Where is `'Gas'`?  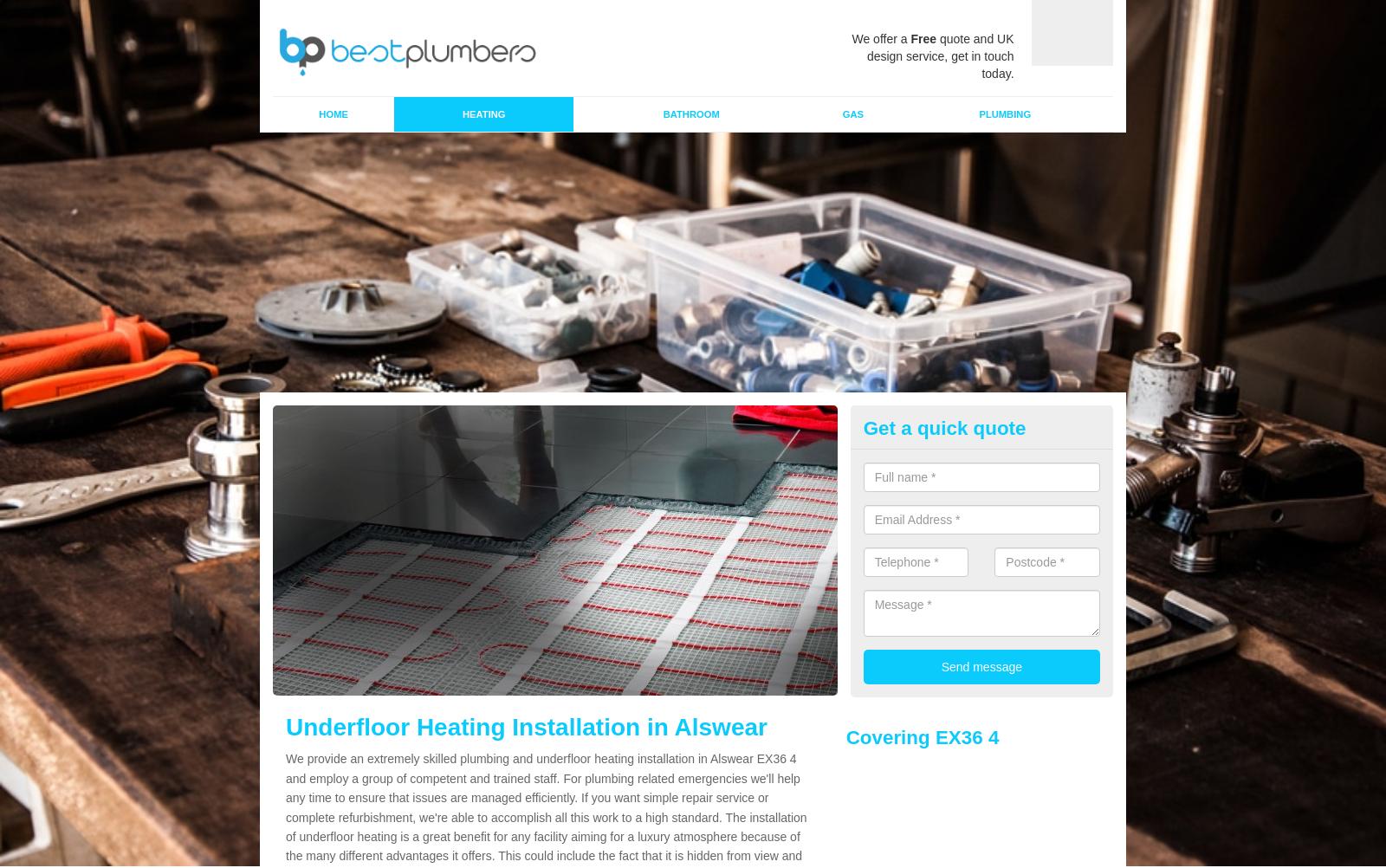 'Gas' is located at coordinates (852, 113).